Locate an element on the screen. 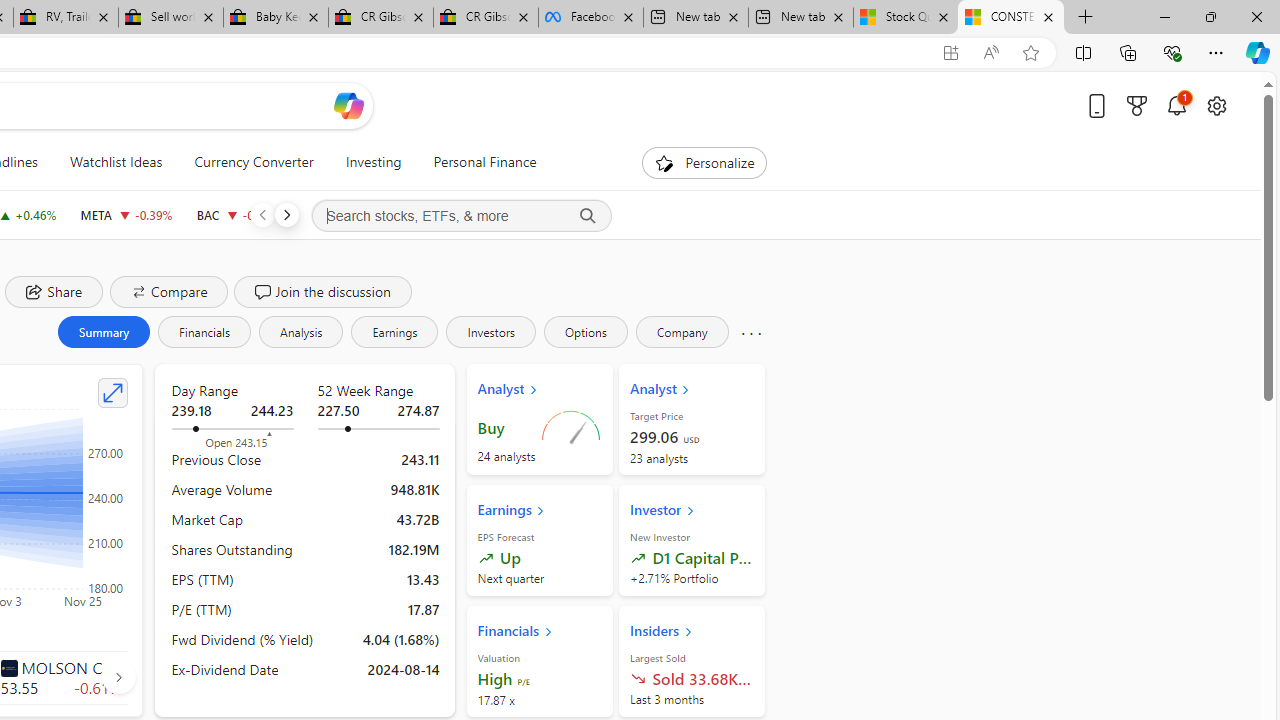 The width and height of the screenshot is (1280, 720). 'Watchlist Ideas' is located at coordinates (114, 162).